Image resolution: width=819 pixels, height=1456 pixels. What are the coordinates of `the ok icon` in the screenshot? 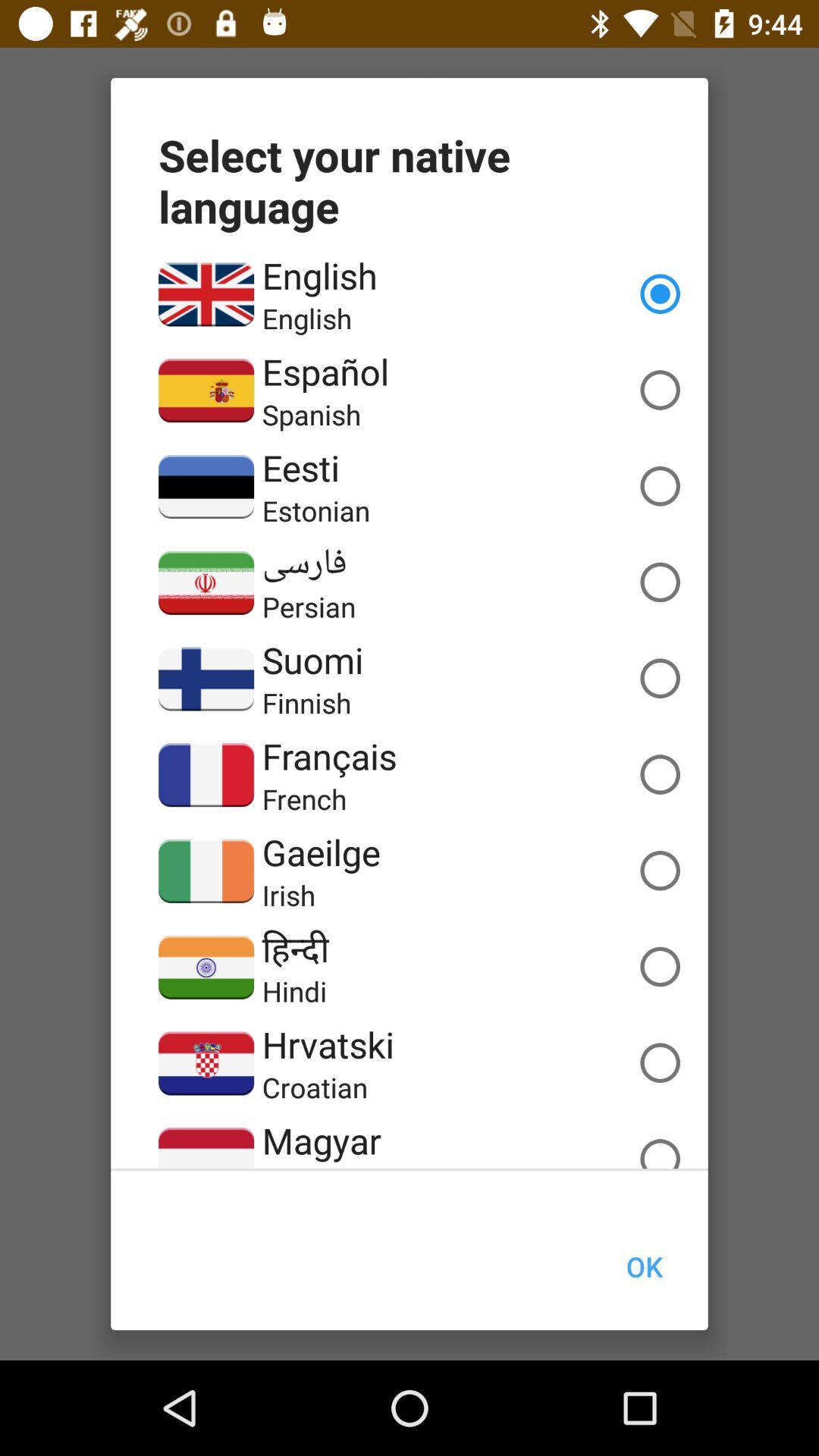 It's located at (644, 1266).